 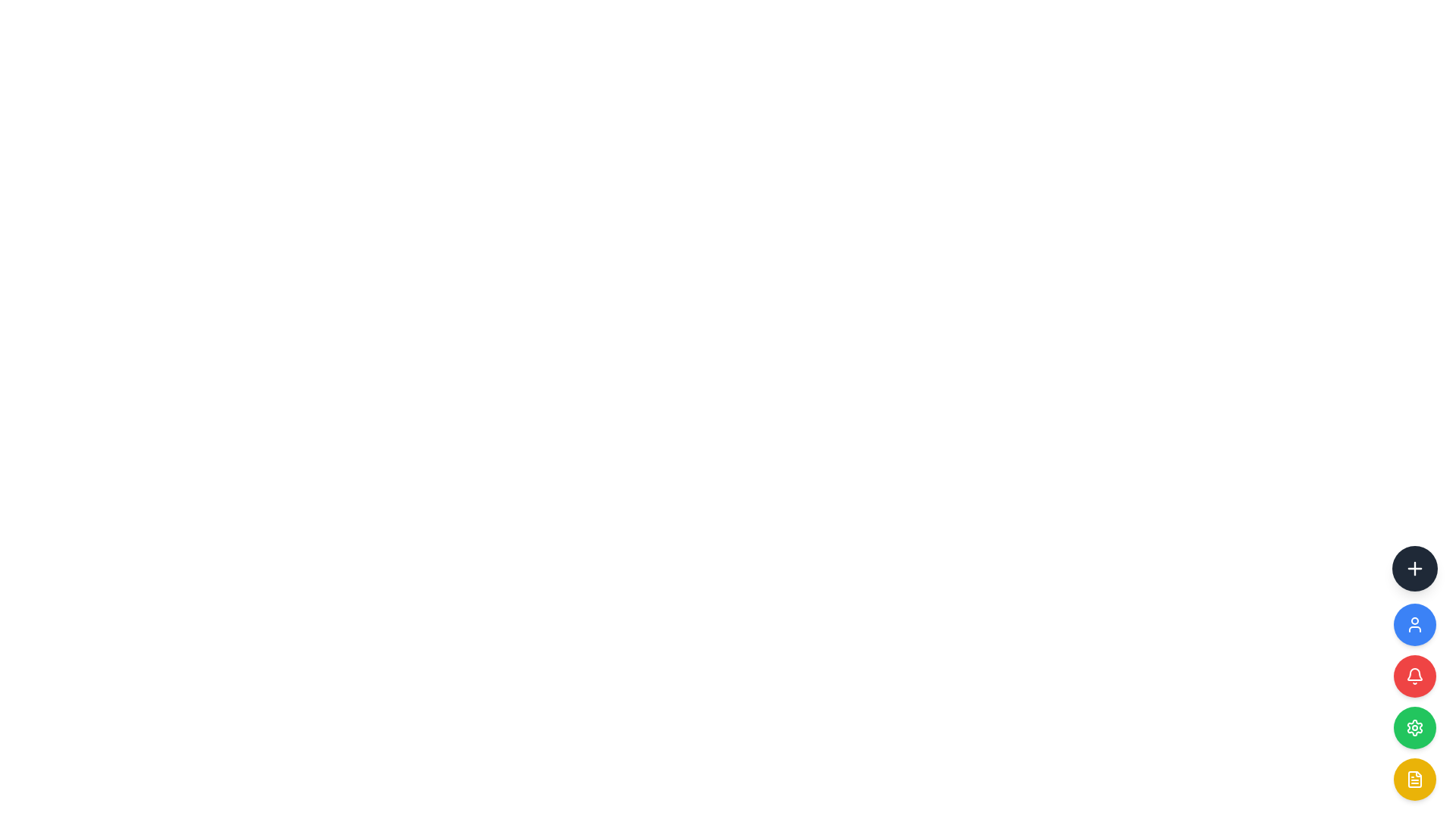 I want to click on the circular button with a dark background and a white plus icon in the center, so click(x=1414, y=568).